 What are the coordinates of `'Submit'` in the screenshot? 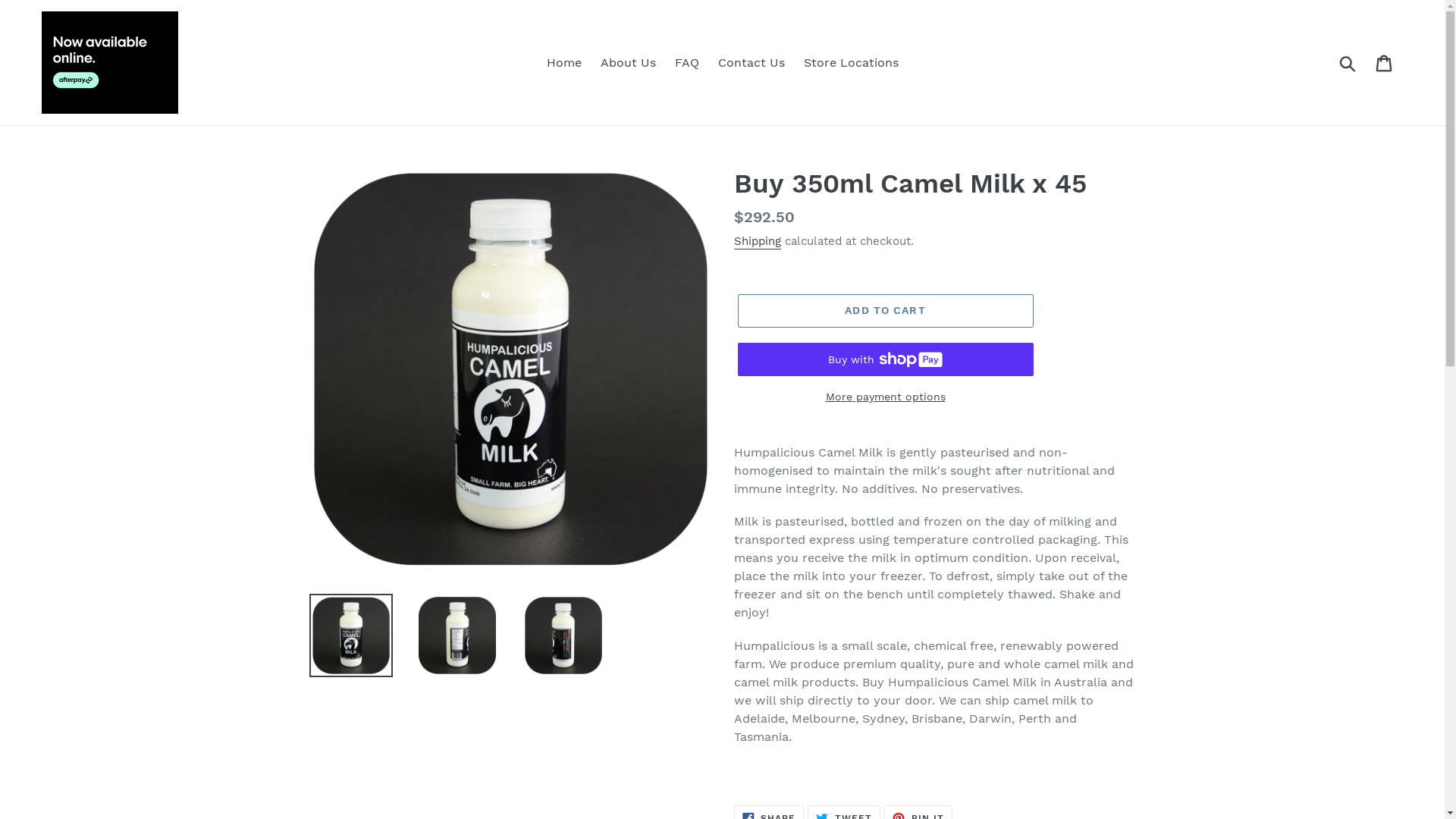 It's located at (1348, 61).